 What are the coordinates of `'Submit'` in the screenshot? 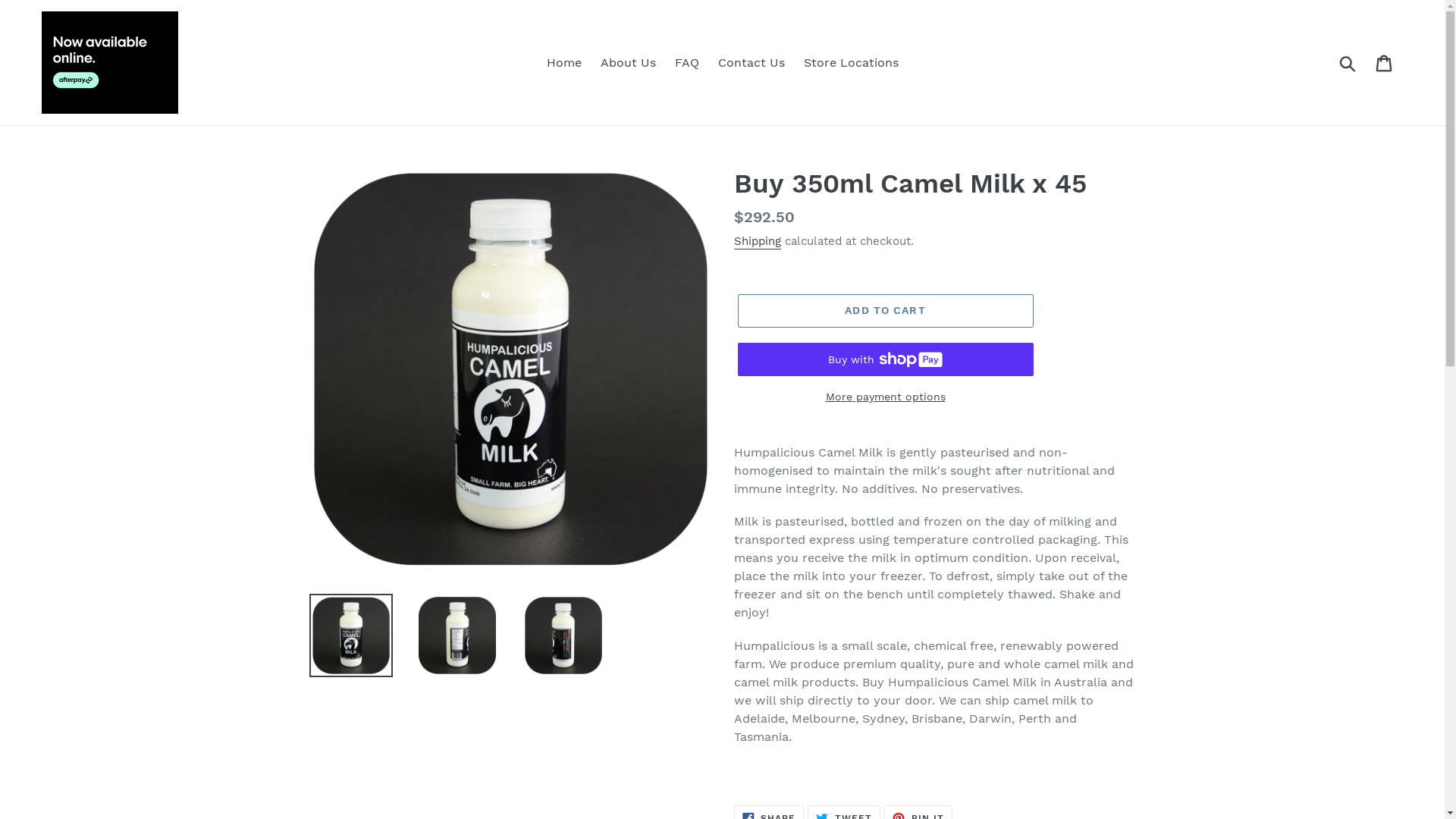 It's located at (1348, 61).